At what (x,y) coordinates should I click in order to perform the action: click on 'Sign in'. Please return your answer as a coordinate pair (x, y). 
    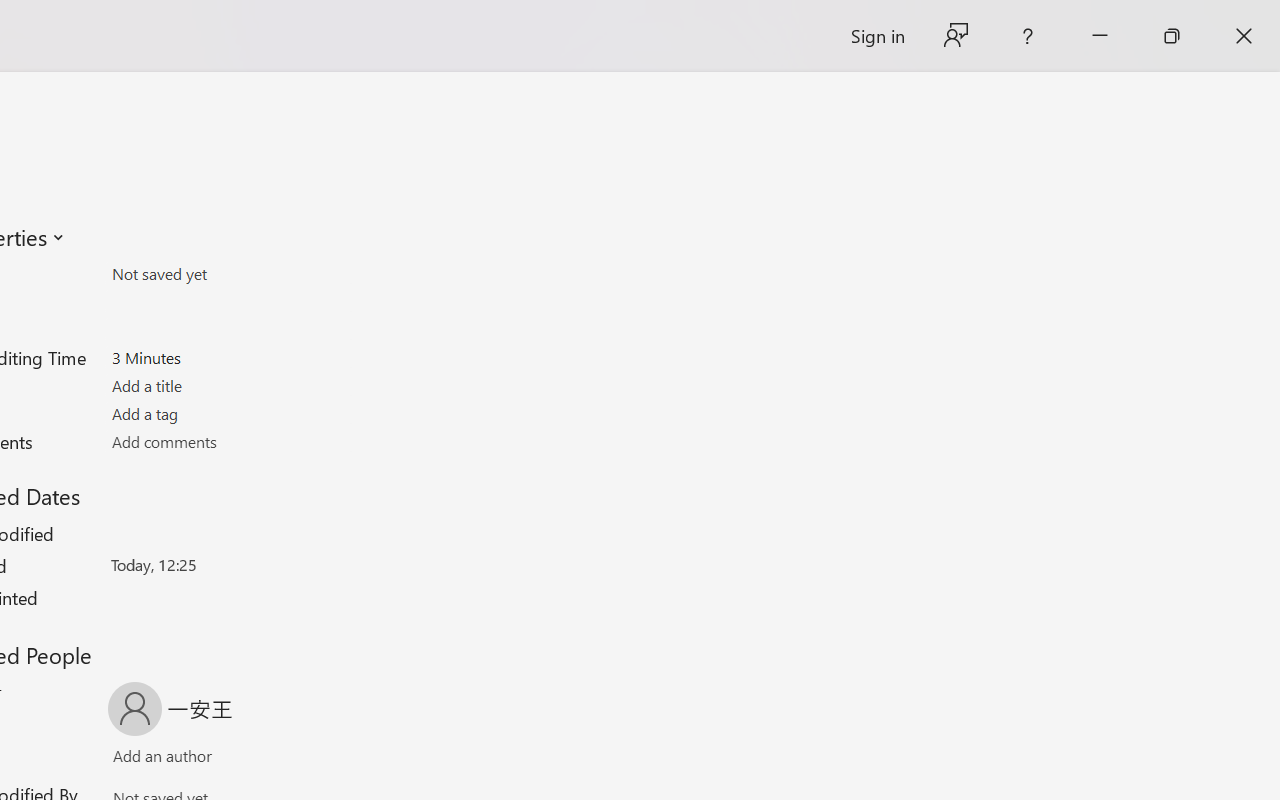
    Looking at the image, I should click on (876, 34).